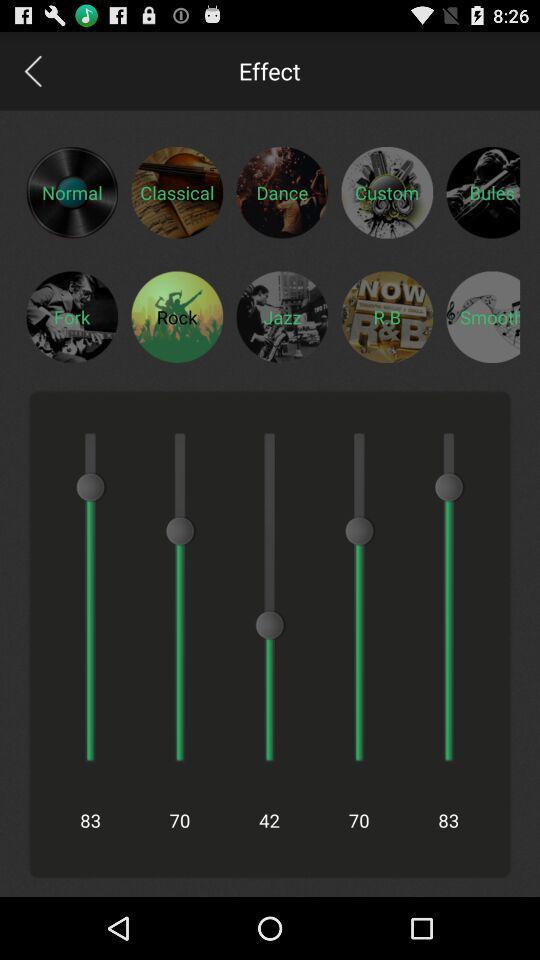 This screenshot has width=540, height=960. What do you see at coordinates (71, 192) in the screenshot?
I see `the classification to be normal` at bounding box center [71, 192].